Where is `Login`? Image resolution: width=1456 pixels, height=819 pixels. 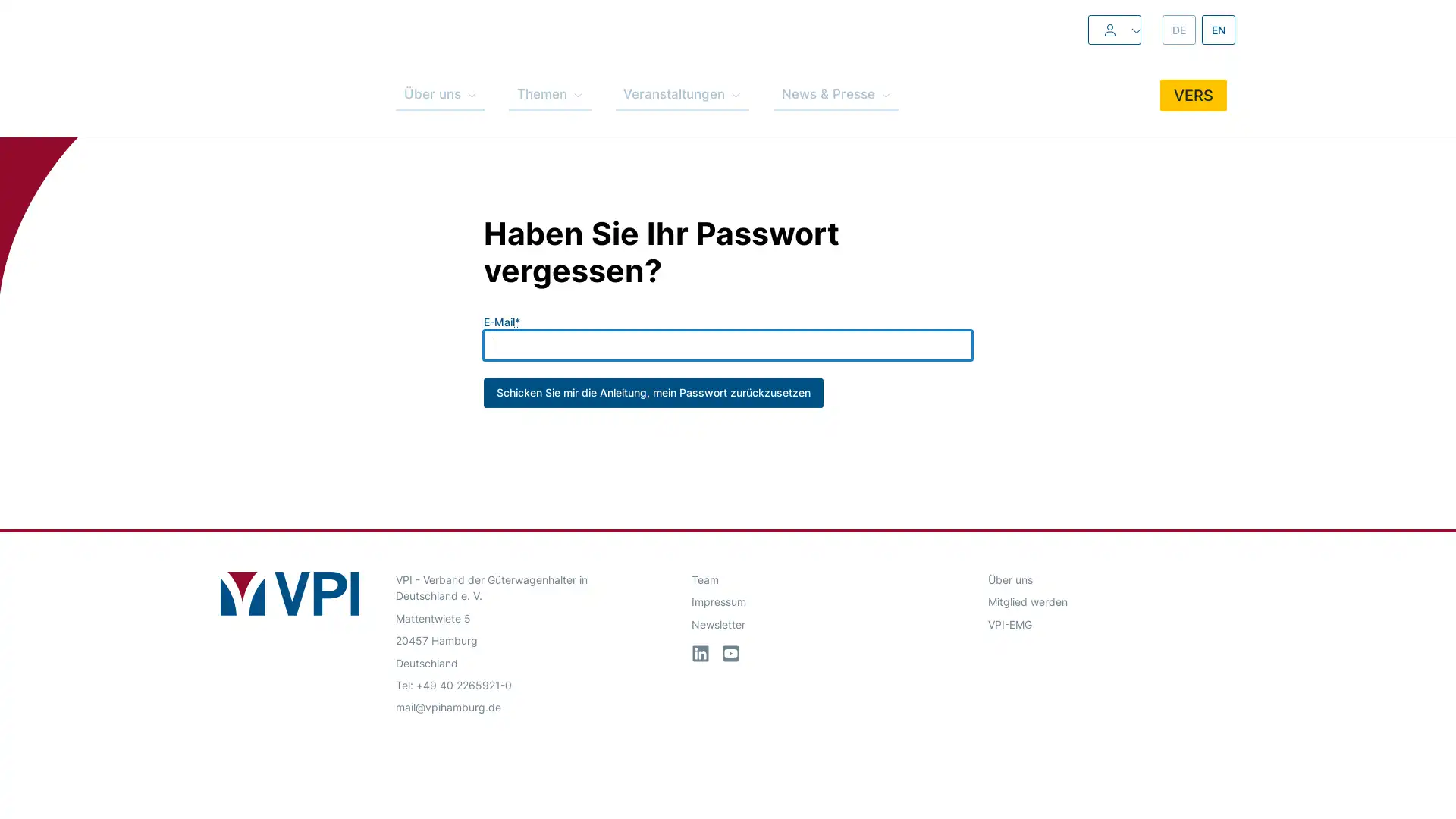
Login is located at coordinates (1079, 30).